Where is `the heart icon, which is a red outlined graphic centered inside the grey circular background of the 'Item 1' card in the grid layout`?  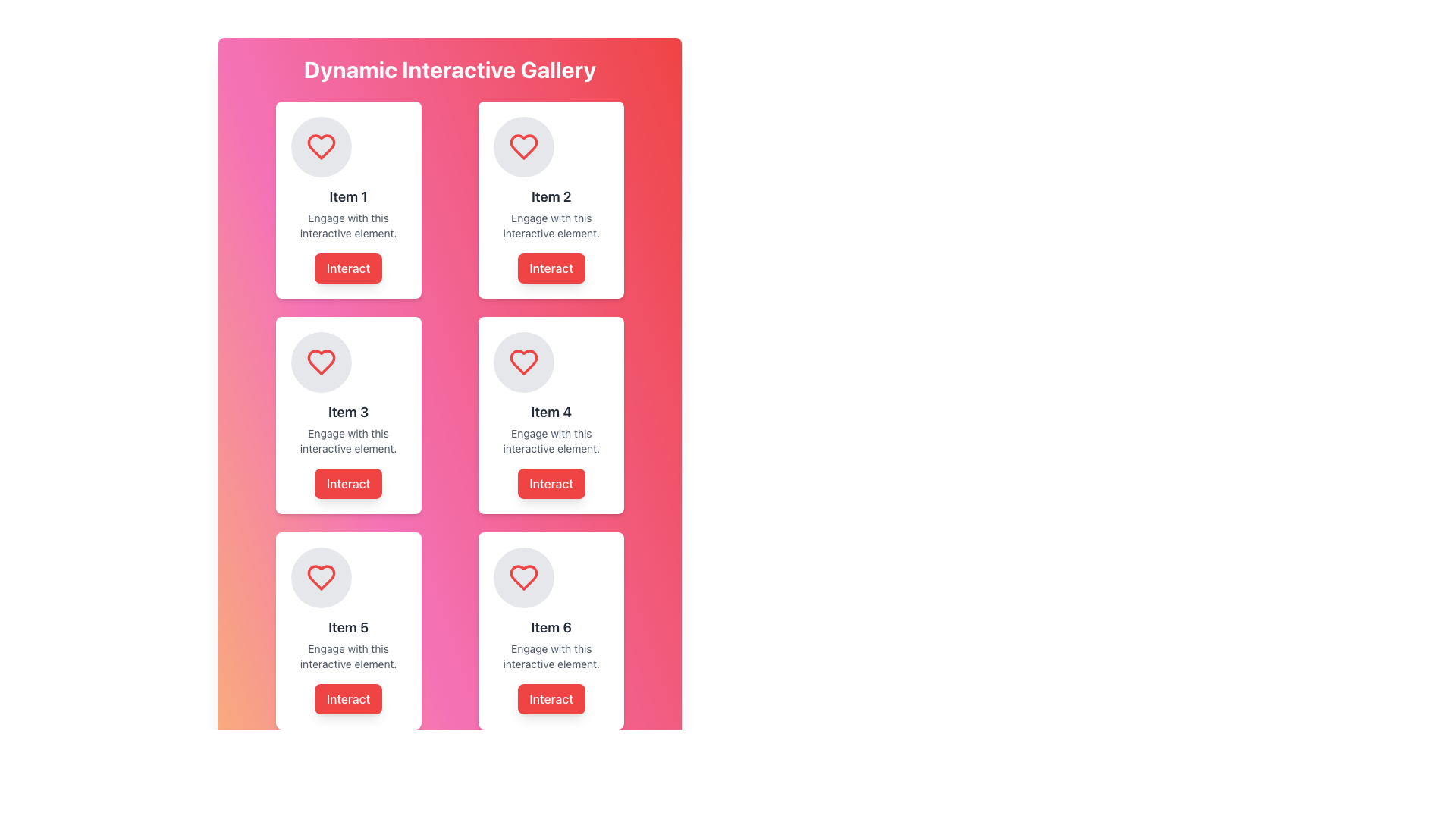
the heart icon, which is a red outlined graphic centered inside the grey circular background of the 'Item 1' card in the grid layout is located at coordinates (320, 146).